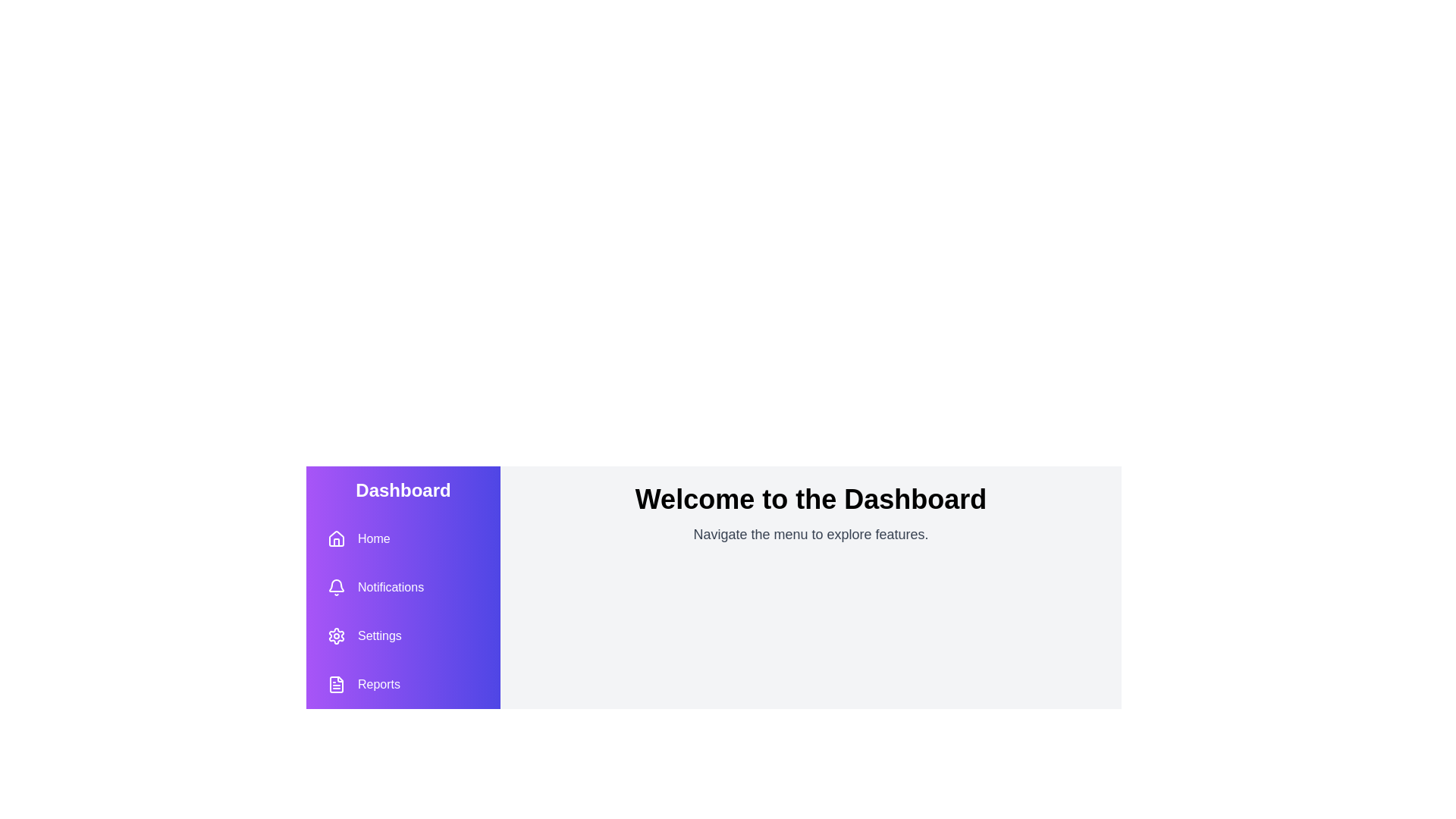 The height and width of the screenshot is (819, 1456). I want to click on the 'Home' button to navigate to the home section, so click(358, 538).